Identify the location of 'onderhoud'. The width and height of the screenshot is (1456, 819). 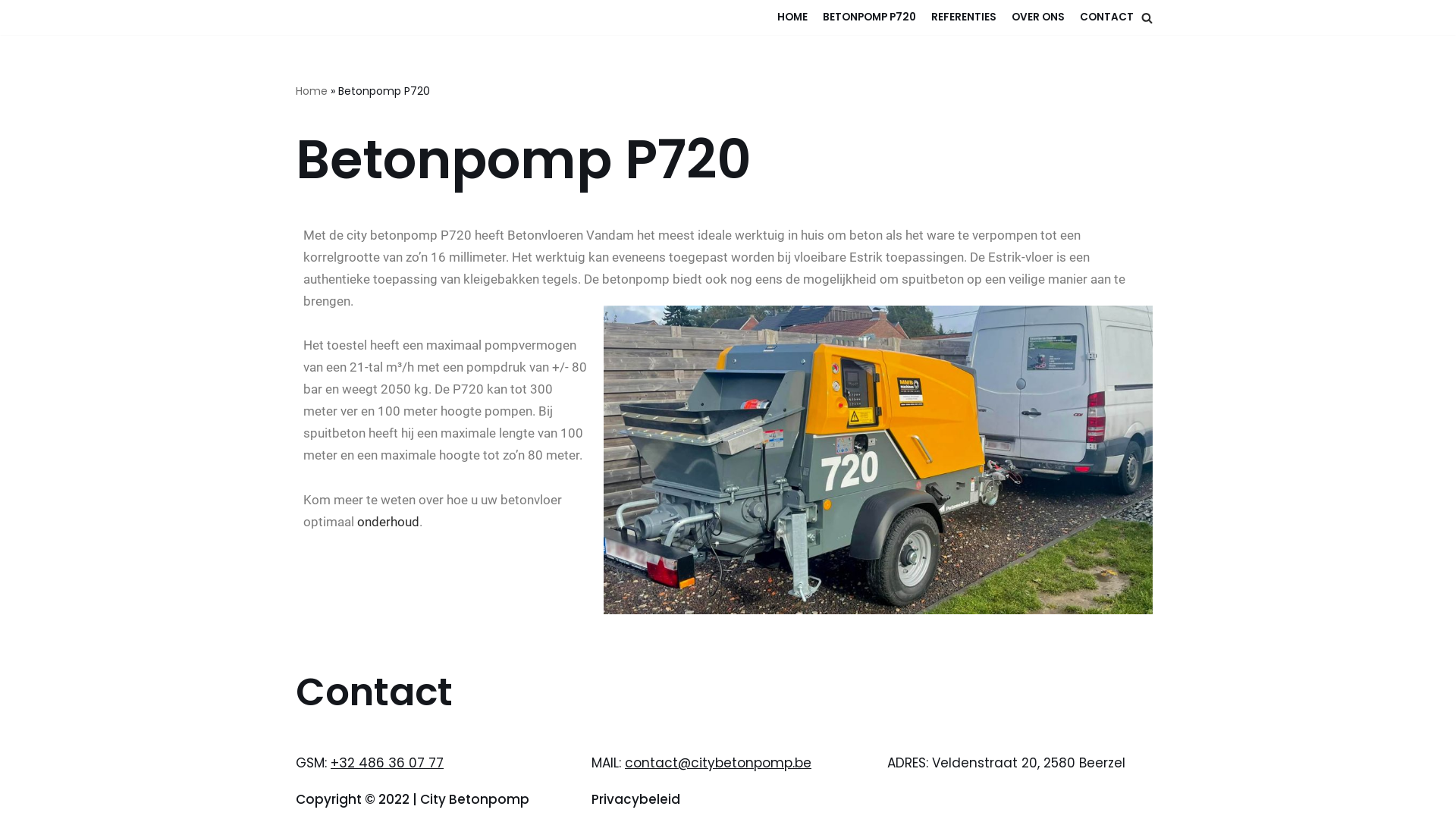
(388, 520).